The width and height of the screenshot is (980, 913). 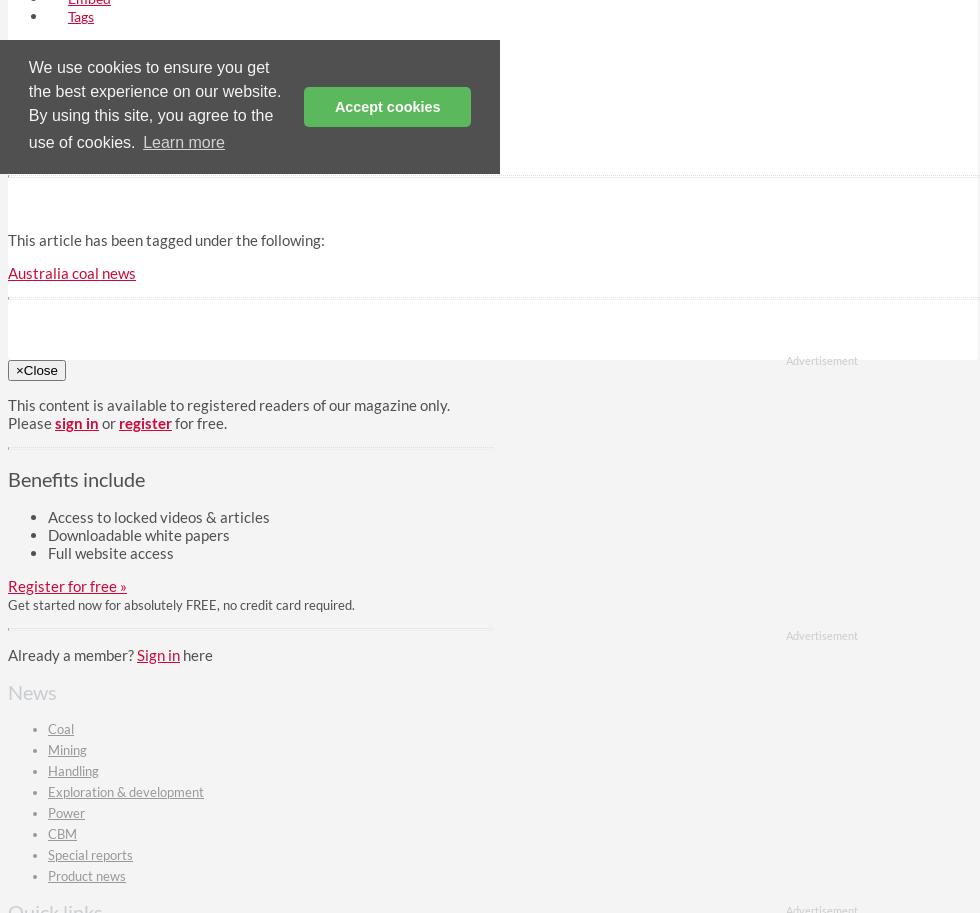 What do you see at coordinates (72, 272) in the screenshot?
I see `'Australia coal news'` at bounding box center [72, 272].